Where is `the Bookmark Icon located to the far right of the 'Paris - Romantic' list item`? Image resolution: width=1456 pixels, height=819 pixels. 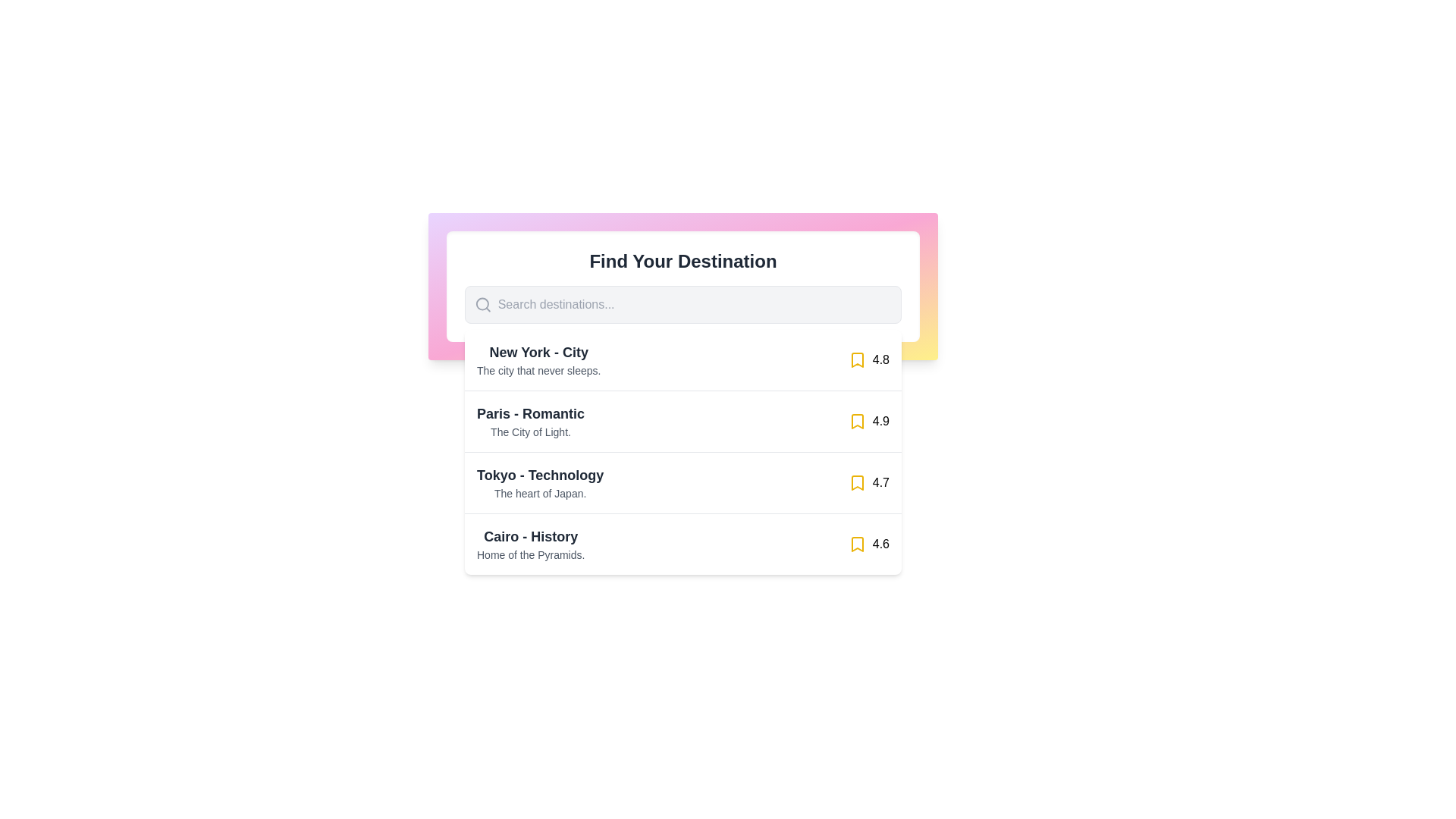 the Bookmark Icon located to the far right of the 'Paris - Romantic' list item is located at coordinates (857, 421).